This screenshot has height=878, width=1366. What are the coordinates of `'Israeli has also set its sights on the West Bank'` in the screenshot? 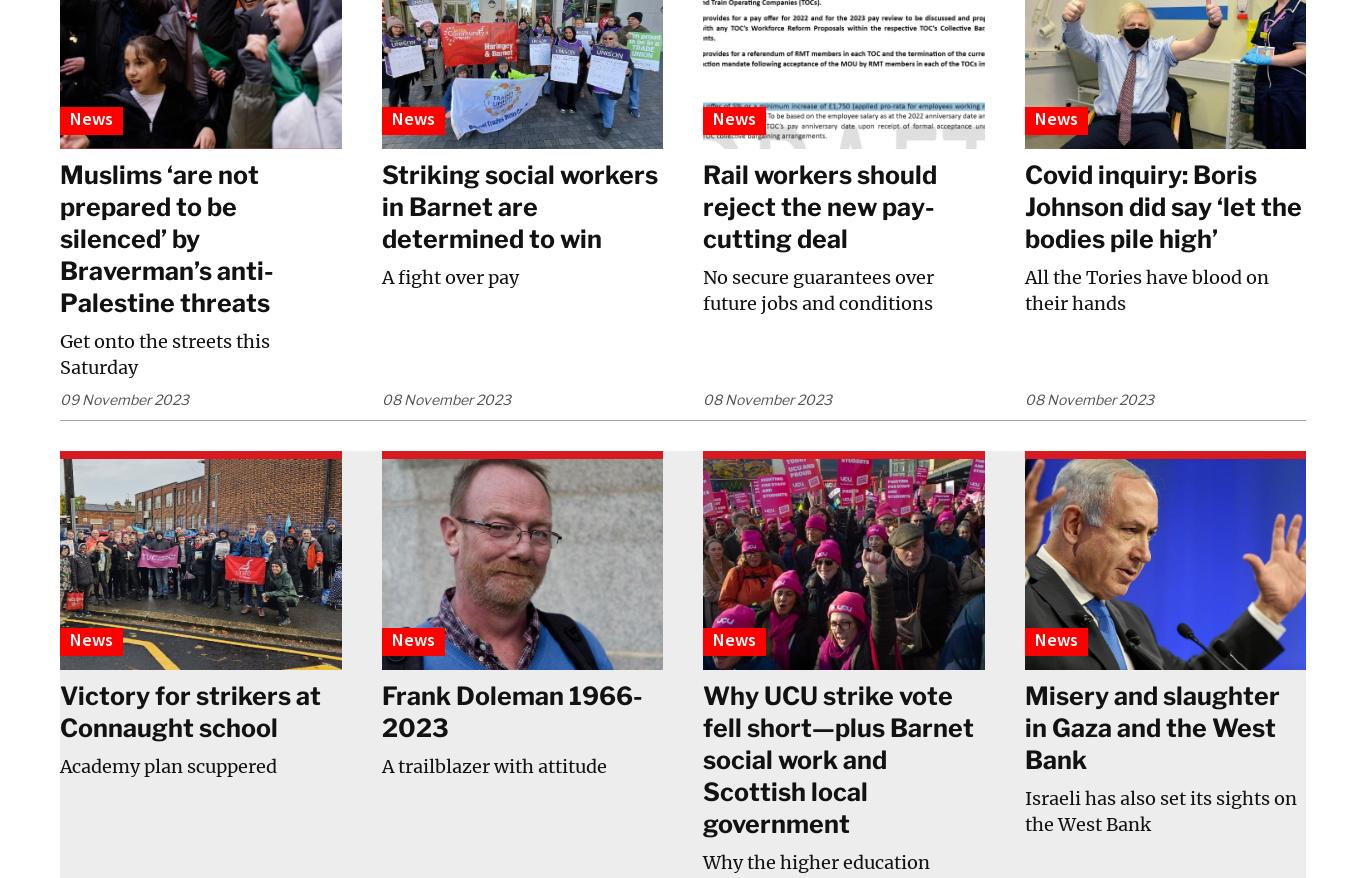 It's located at (1160, 809).